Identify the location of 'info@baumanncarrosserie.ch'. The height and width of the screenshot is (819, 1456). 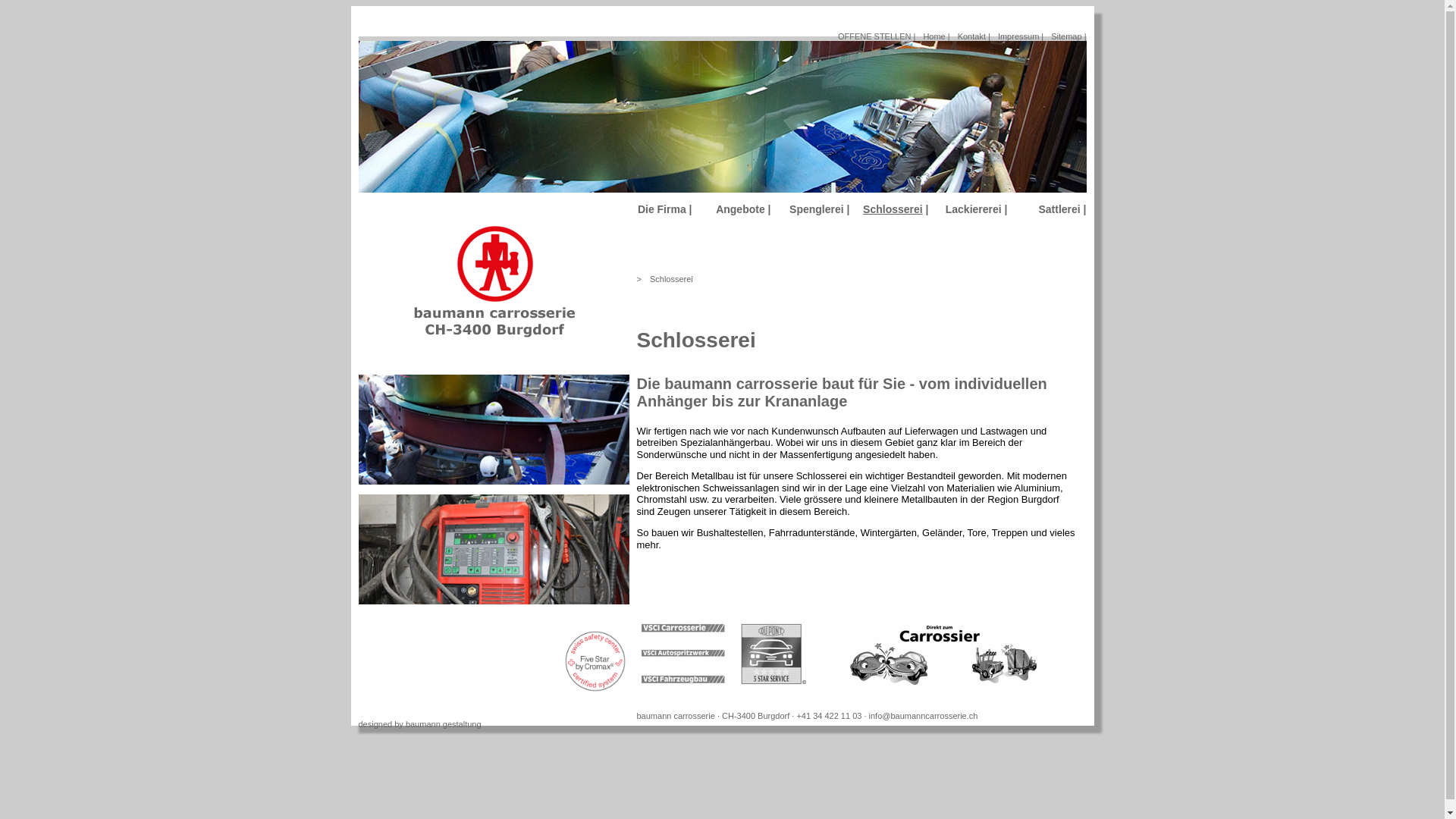
(923, 716).